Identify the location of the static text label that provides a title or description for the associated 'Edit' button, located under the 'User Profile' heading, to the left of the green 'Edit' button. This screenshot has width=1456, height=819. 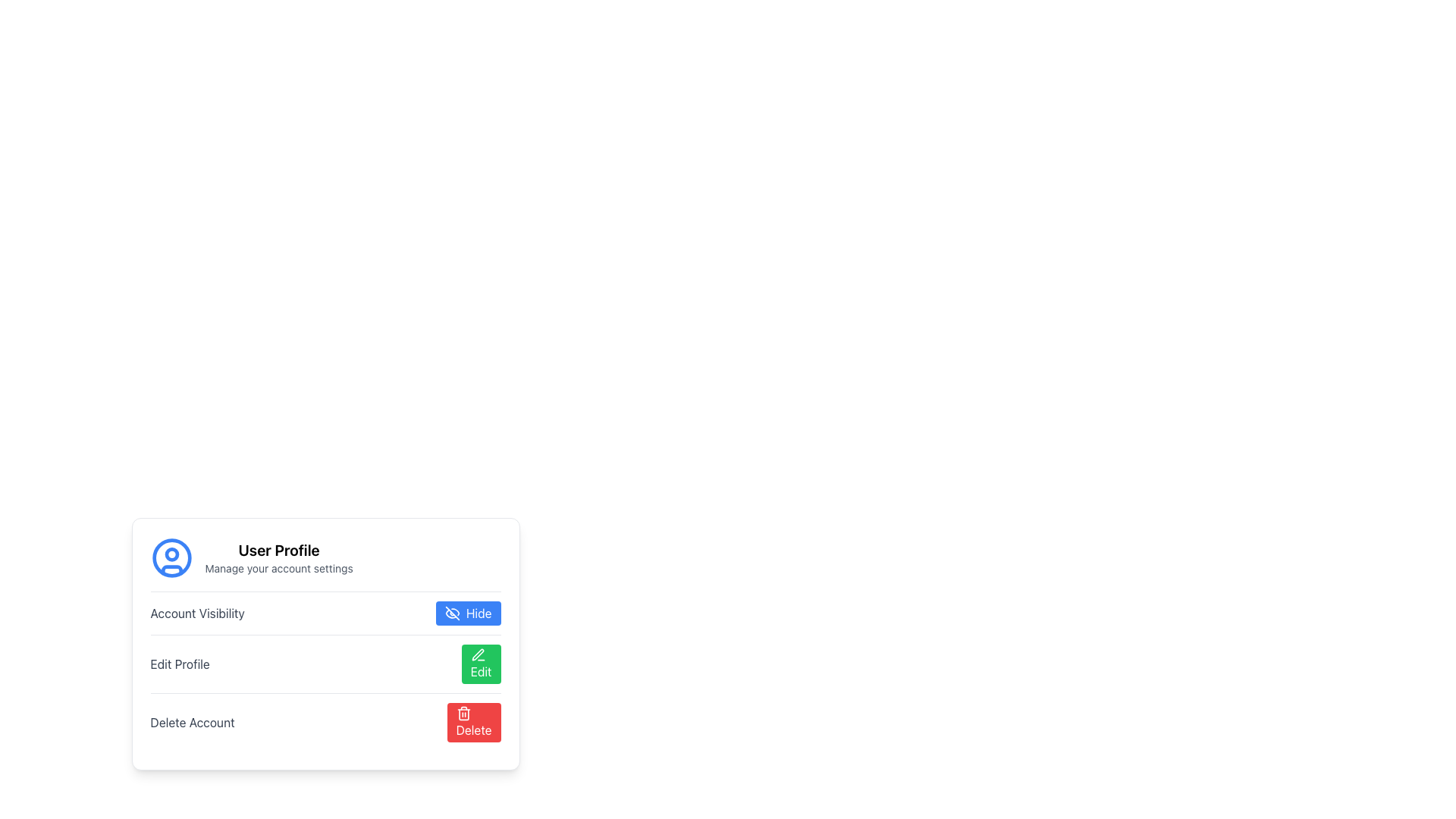
(180, 663).